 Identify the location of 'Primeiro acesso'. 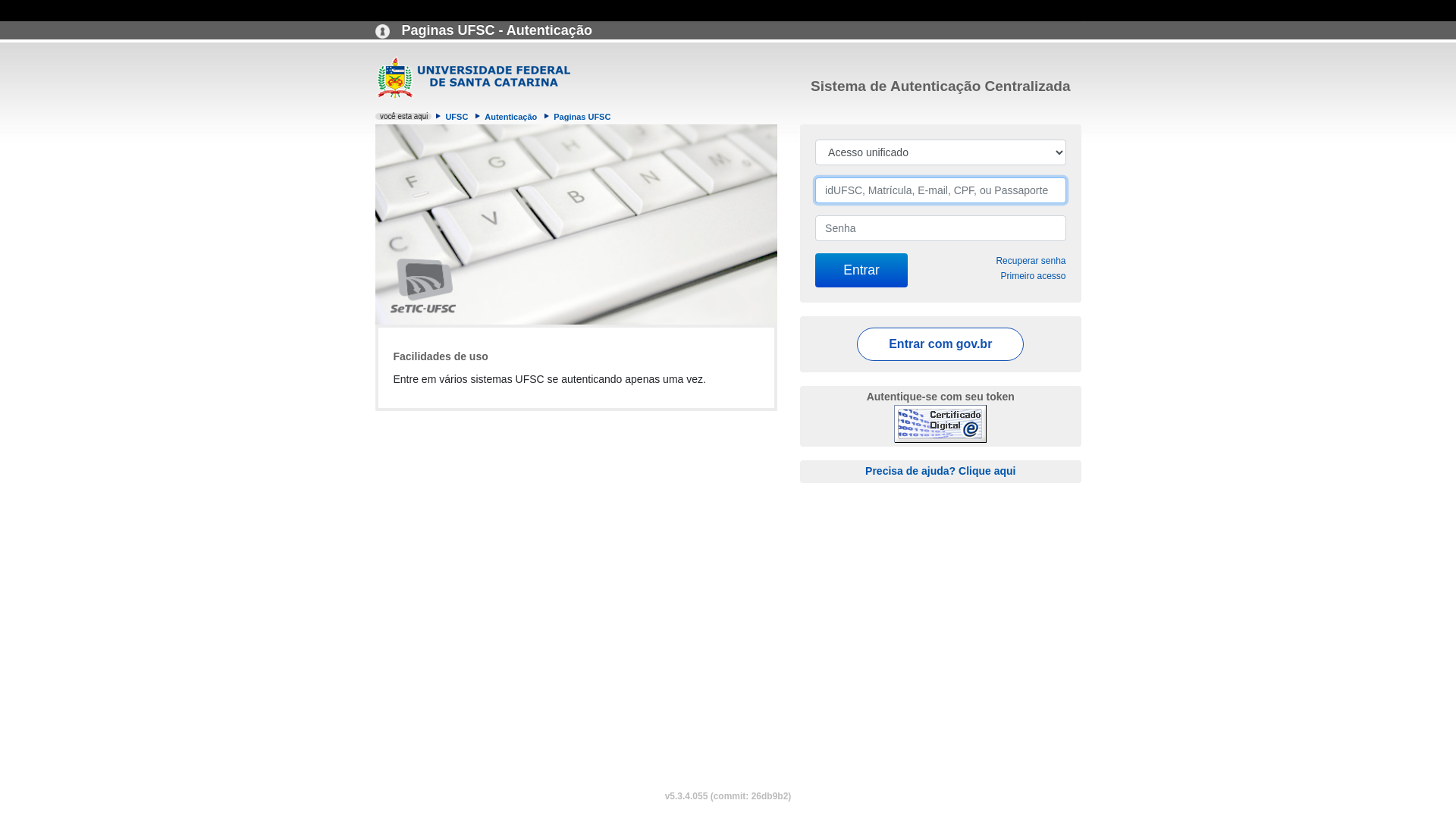
(1032, 275).